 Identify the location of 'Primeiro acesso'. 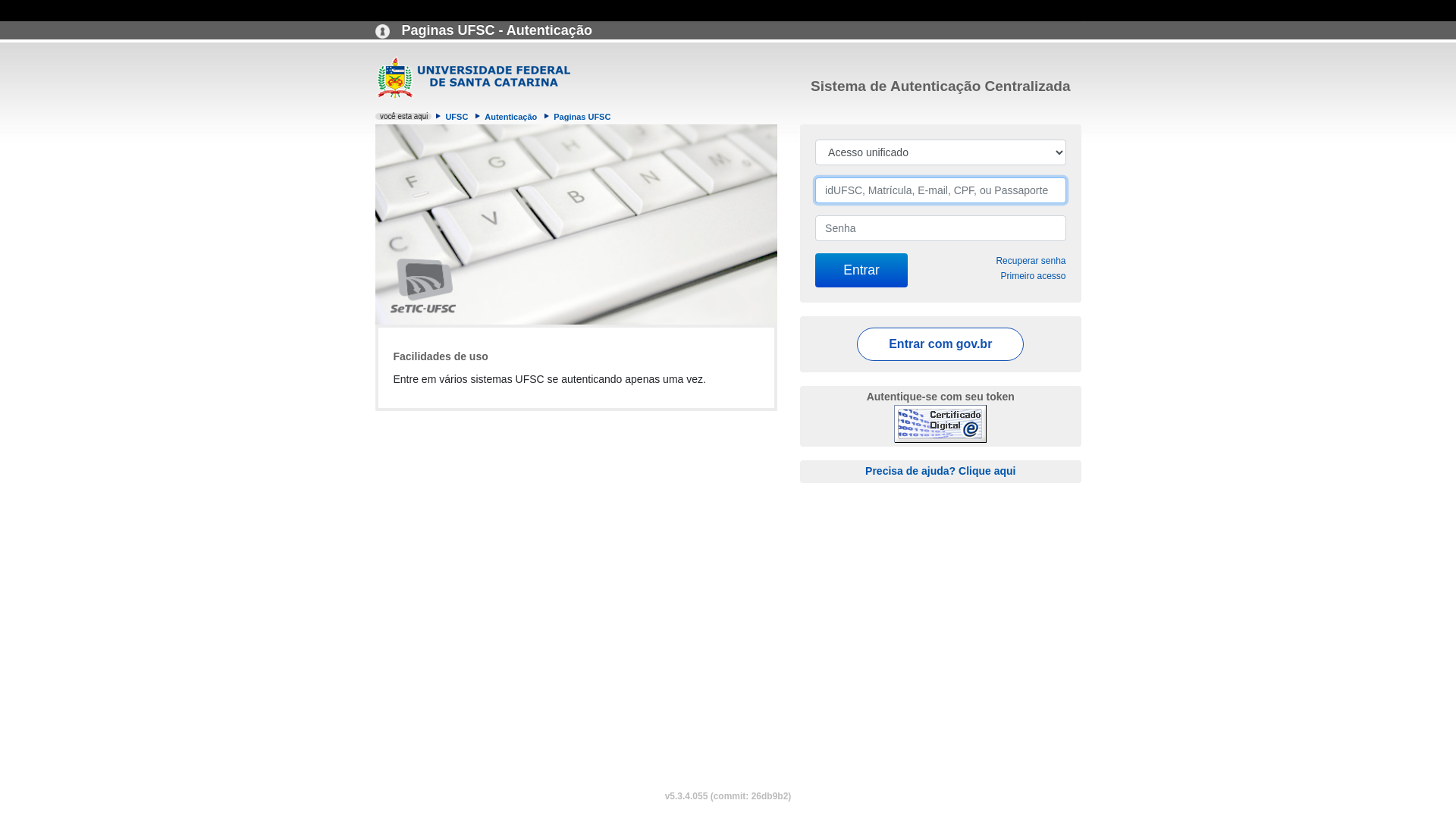
(1032, 275).